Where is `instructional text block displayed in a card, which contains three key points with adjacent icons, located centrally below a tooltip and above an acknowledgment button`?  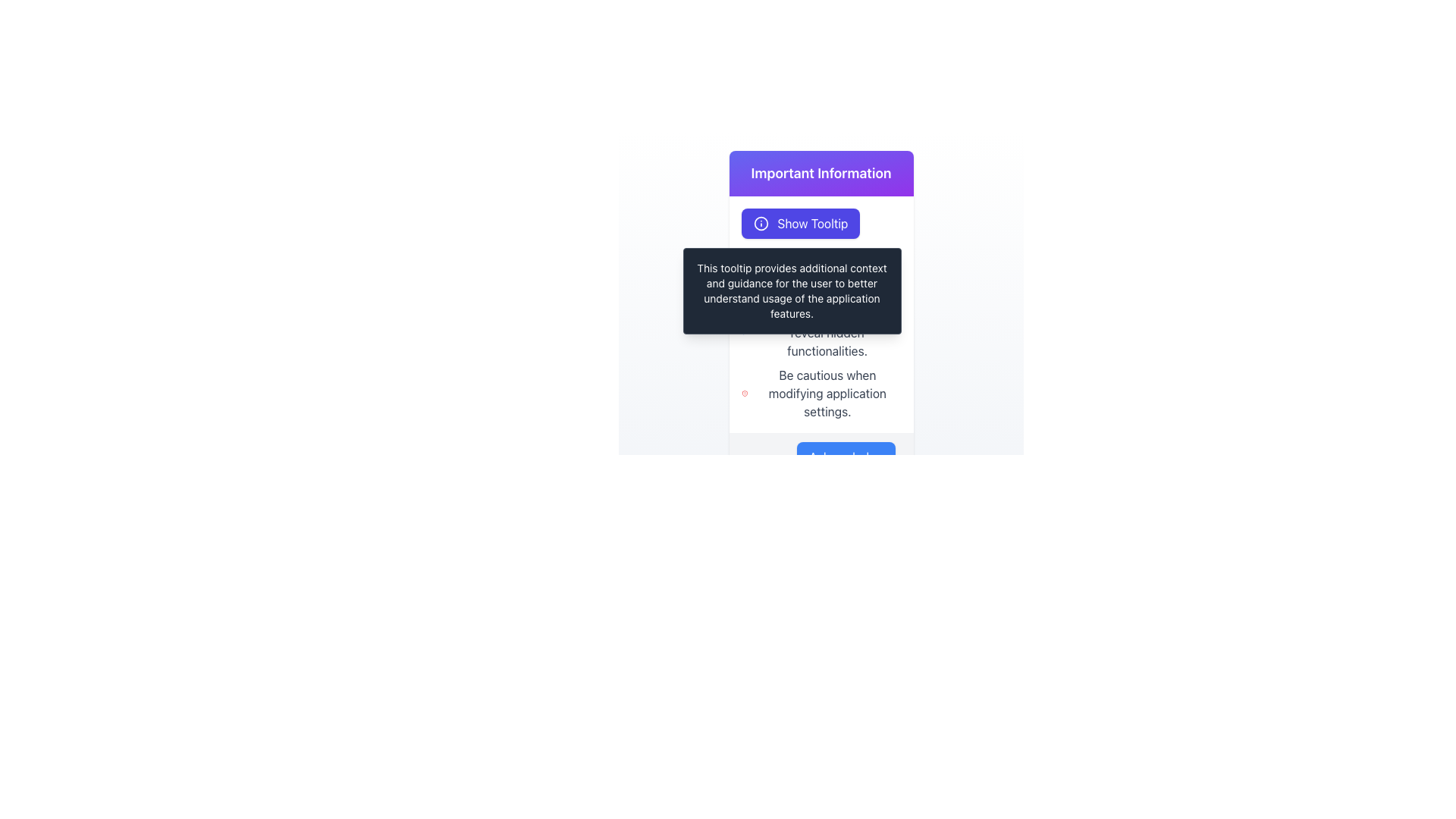 instructional text block displayed in a card, which contains three key points with adjacent icons, located centrally below a tooltip and above an acknowledgment button is located at coordinates (821, 342).